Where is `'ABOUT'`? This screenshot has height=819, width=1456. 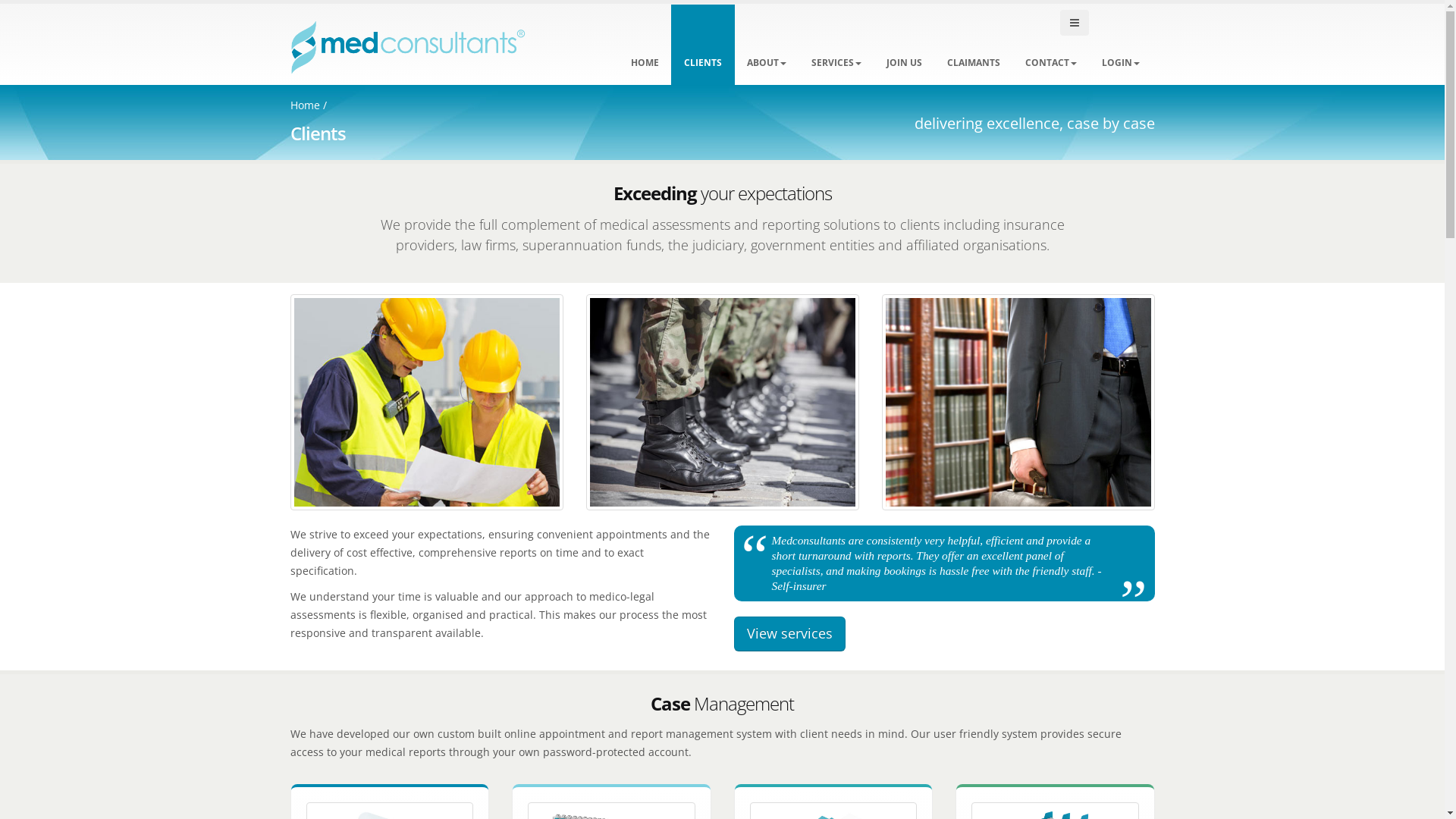
'ABOUT' is located at coordinates (734, 44).